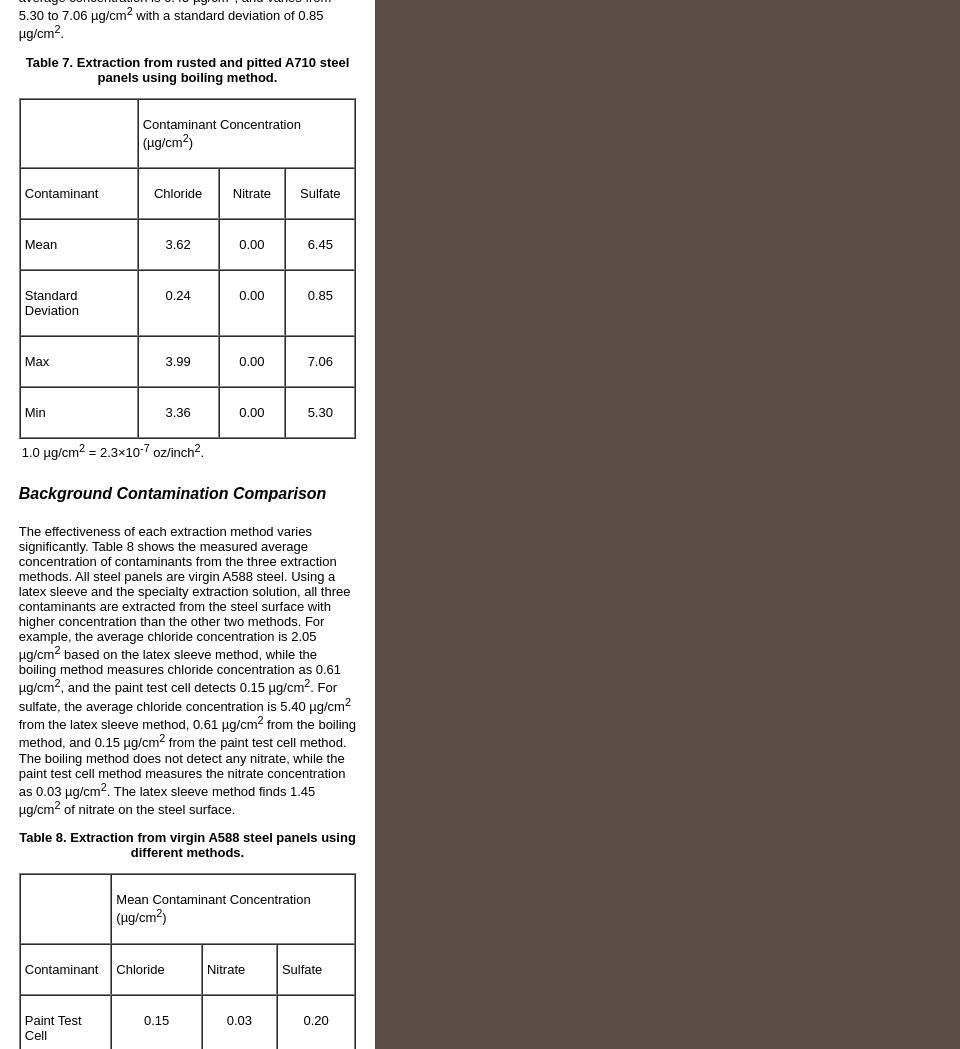  Describe the element at coordinates (182, 765) in the screenshot. I see `'from the paint test cell method. The boiling method does not detect any nitrate, while the paint test cell method measures the nitrate concentration as 0.03 µg/cm'` at that location.